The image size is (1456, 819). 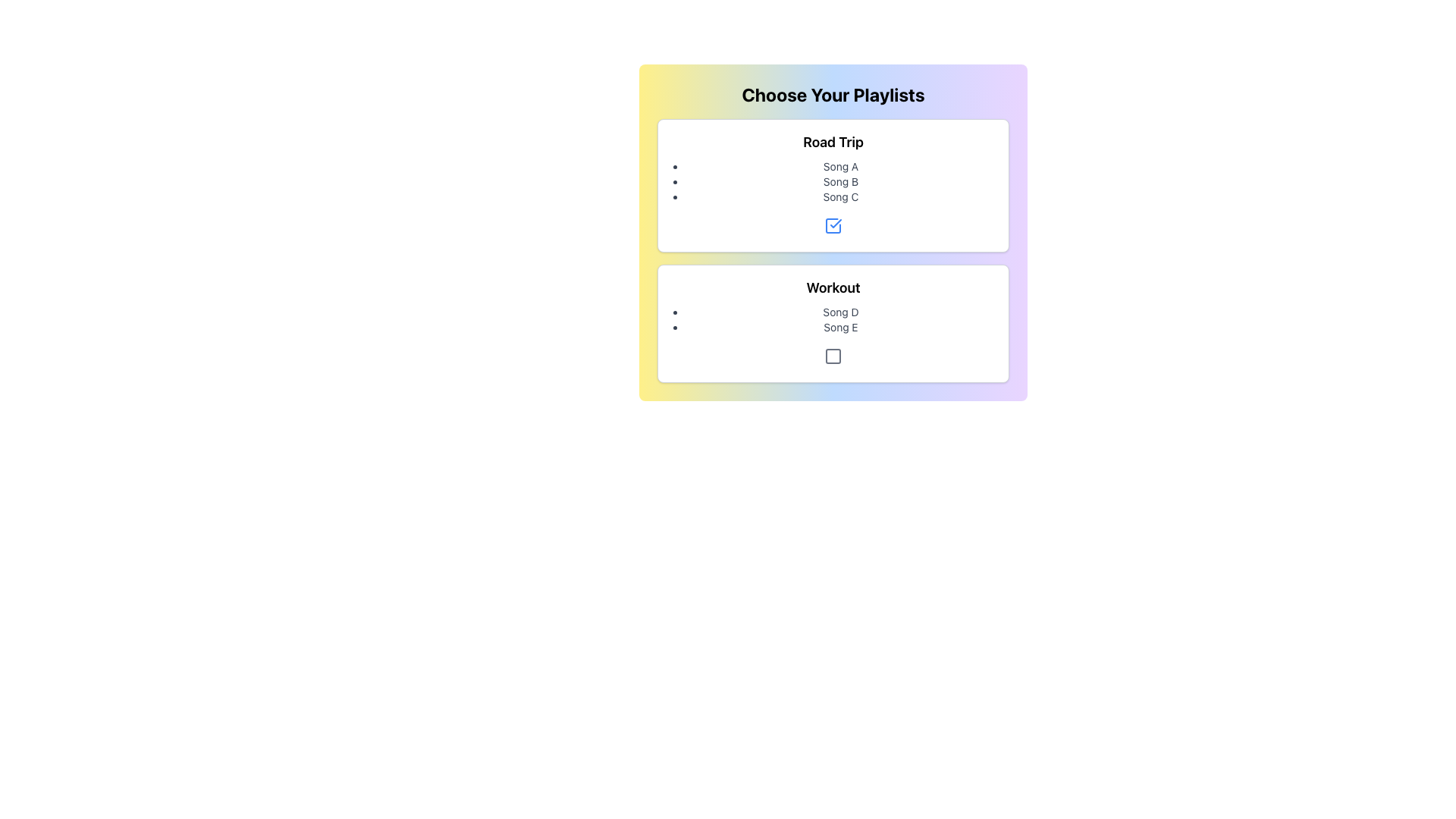 What do you see at coordinates (833, 356) in the screenshot?
I see `the checkbox located beneath the text 'Song E' in the 'Workout' playlist section` at bounding box center [833, 356].